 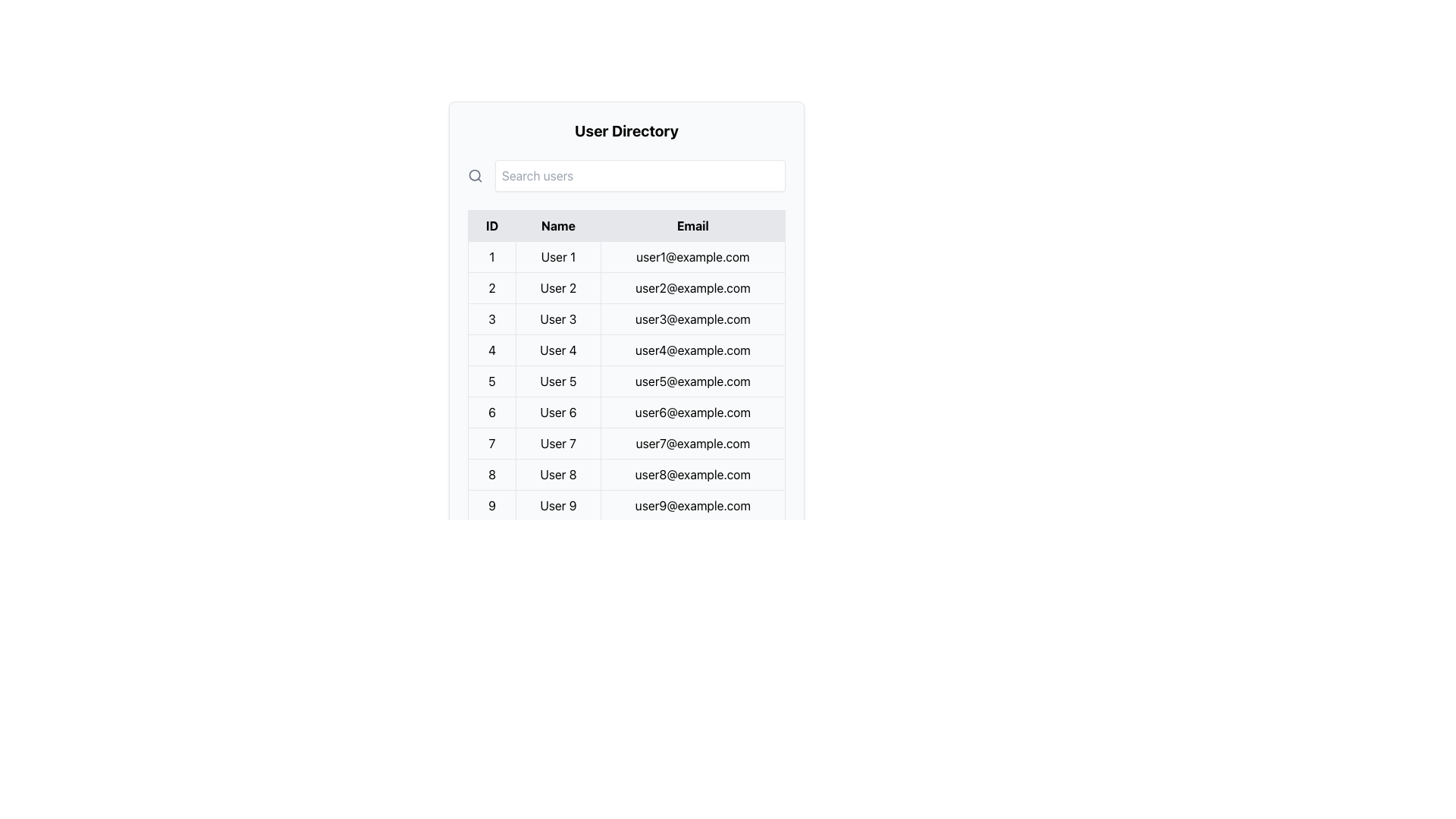 What do you see at coordinates (692, 256) in the screenshot?
I see `displayed email address 'user1@example.com' from the static text label located in the first row of the table under the 'Email' column` at bounding box center [692, 256].